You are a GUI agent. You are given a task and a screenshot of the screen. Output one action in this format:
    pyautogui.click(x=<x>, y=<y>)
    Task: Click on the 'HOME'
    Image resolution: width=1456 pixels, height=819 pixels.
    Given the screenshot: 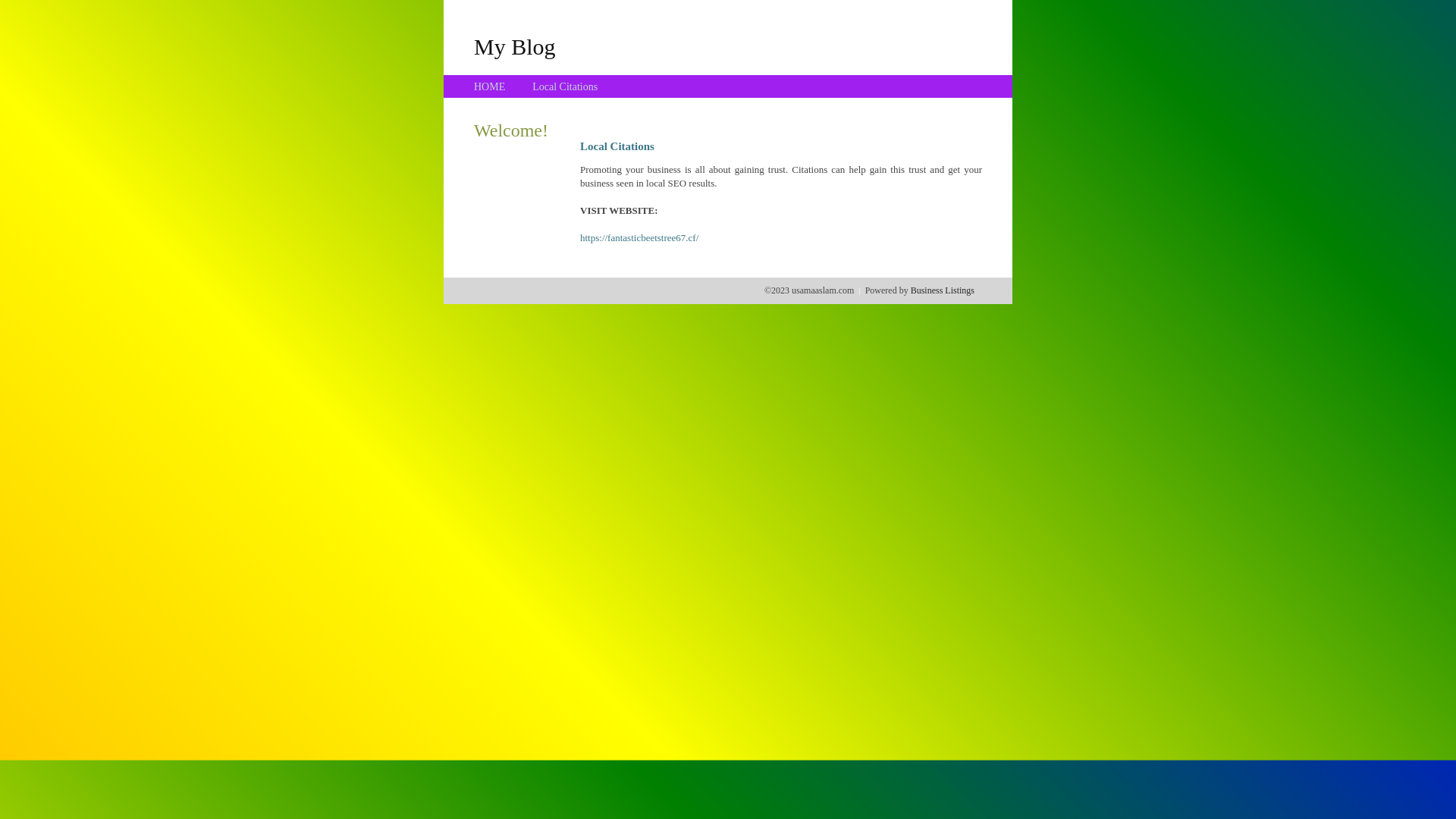 What is the action you would take?
    pyautogui.click(x=489, y=86)
    